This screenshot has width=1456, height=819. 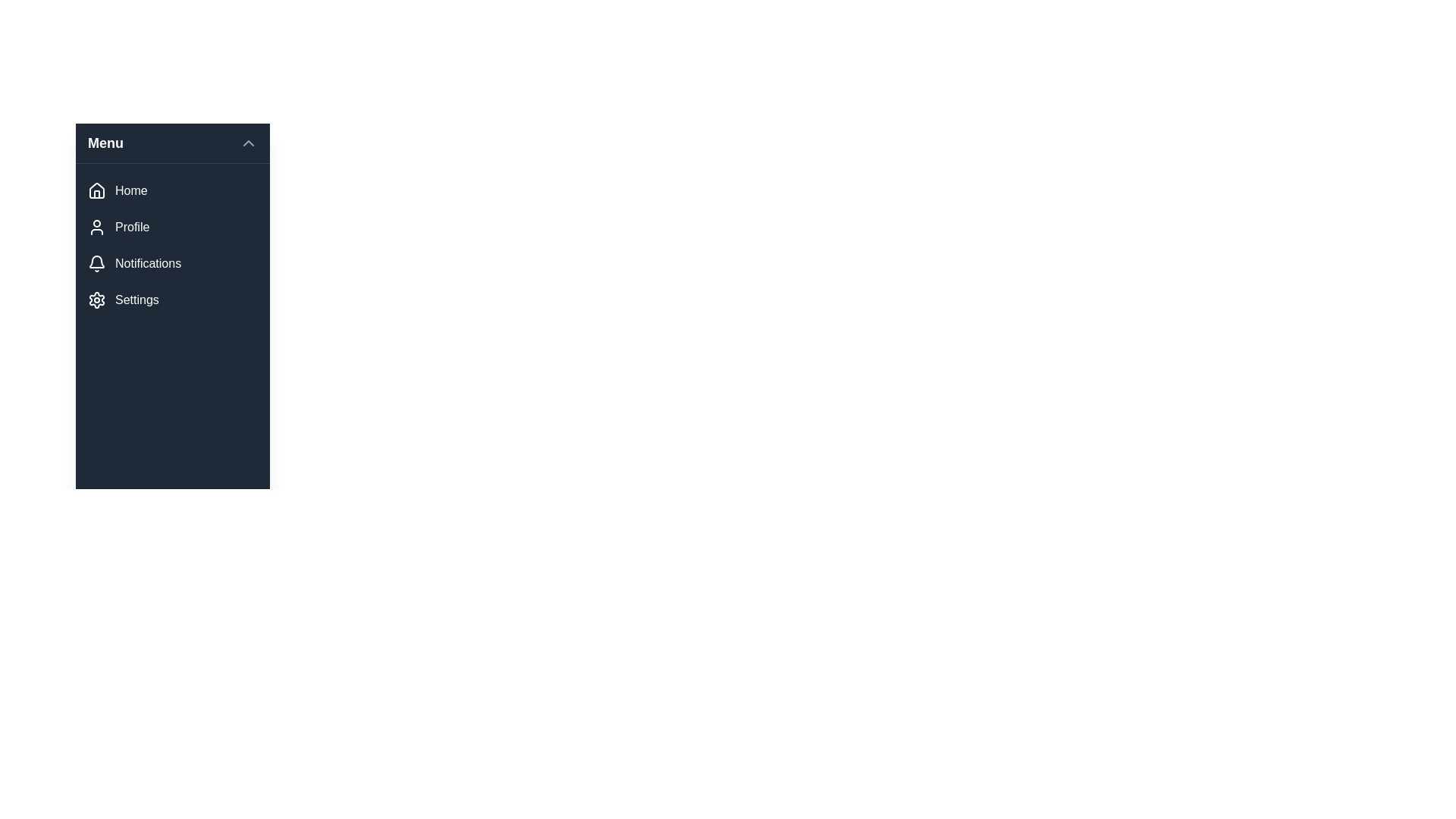 I want to click on the upward-facing chevron icon located at the top-right corner of the header area of the menu component, so click(x=248, y=143).